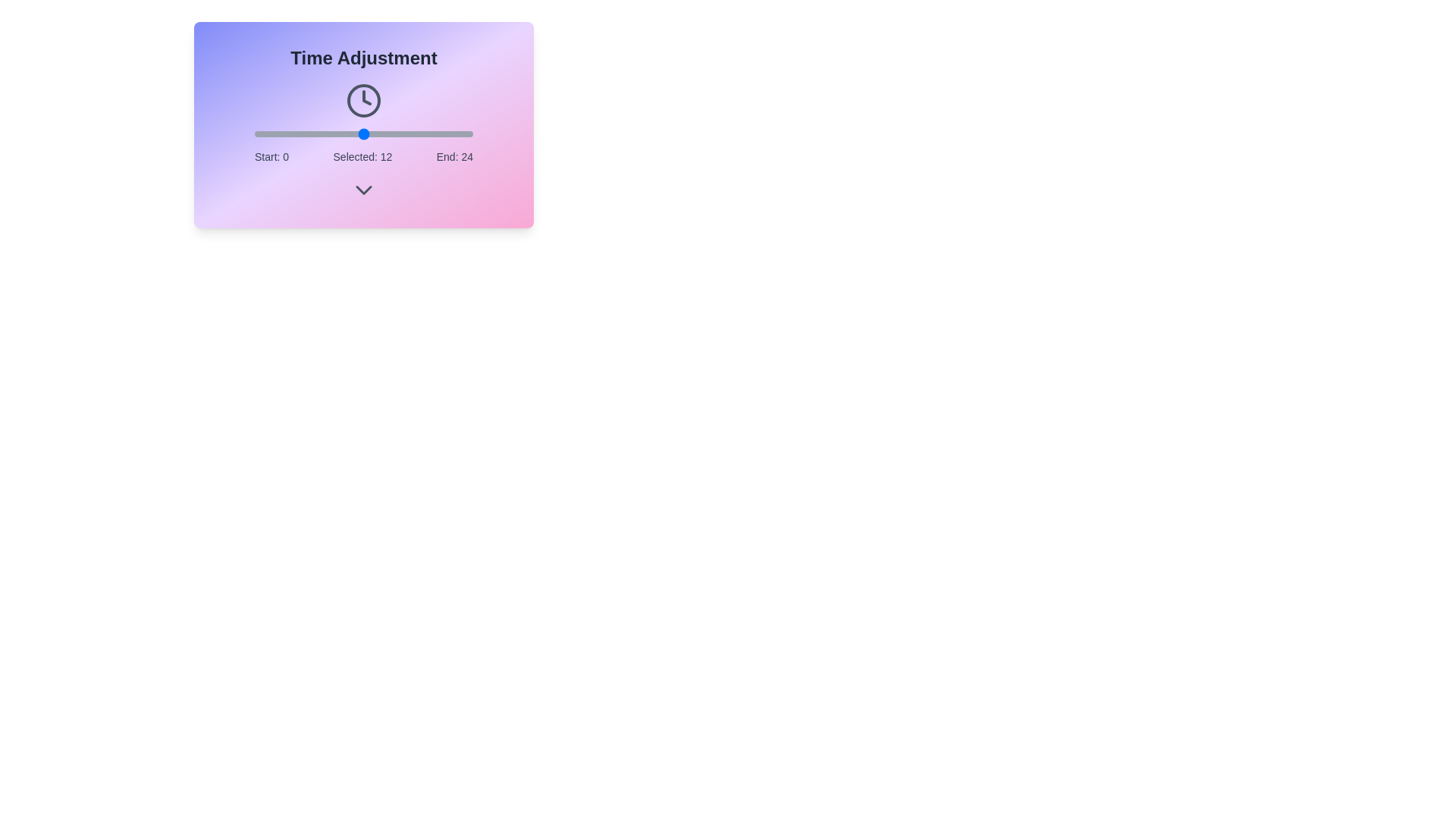 Image resolution: width=1456 pixels, height=819 pixels. What do you see at coordinates (291, 133) in the screenshot?
I see `the time slider to 4` at bounding box center [291, 133].